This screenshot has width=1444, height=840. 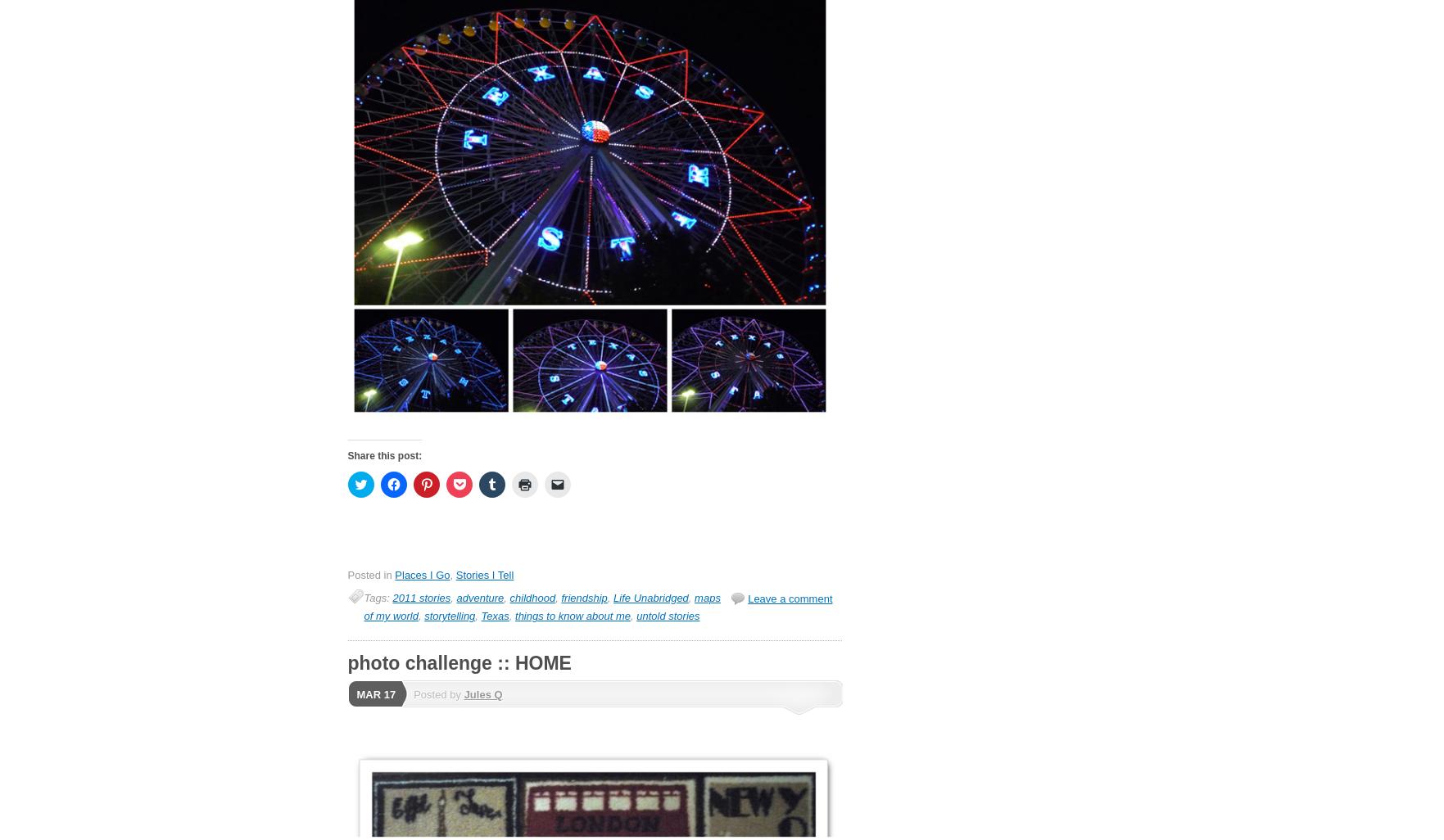 I want to click on '2011 stories', so click(x=421, y=598).